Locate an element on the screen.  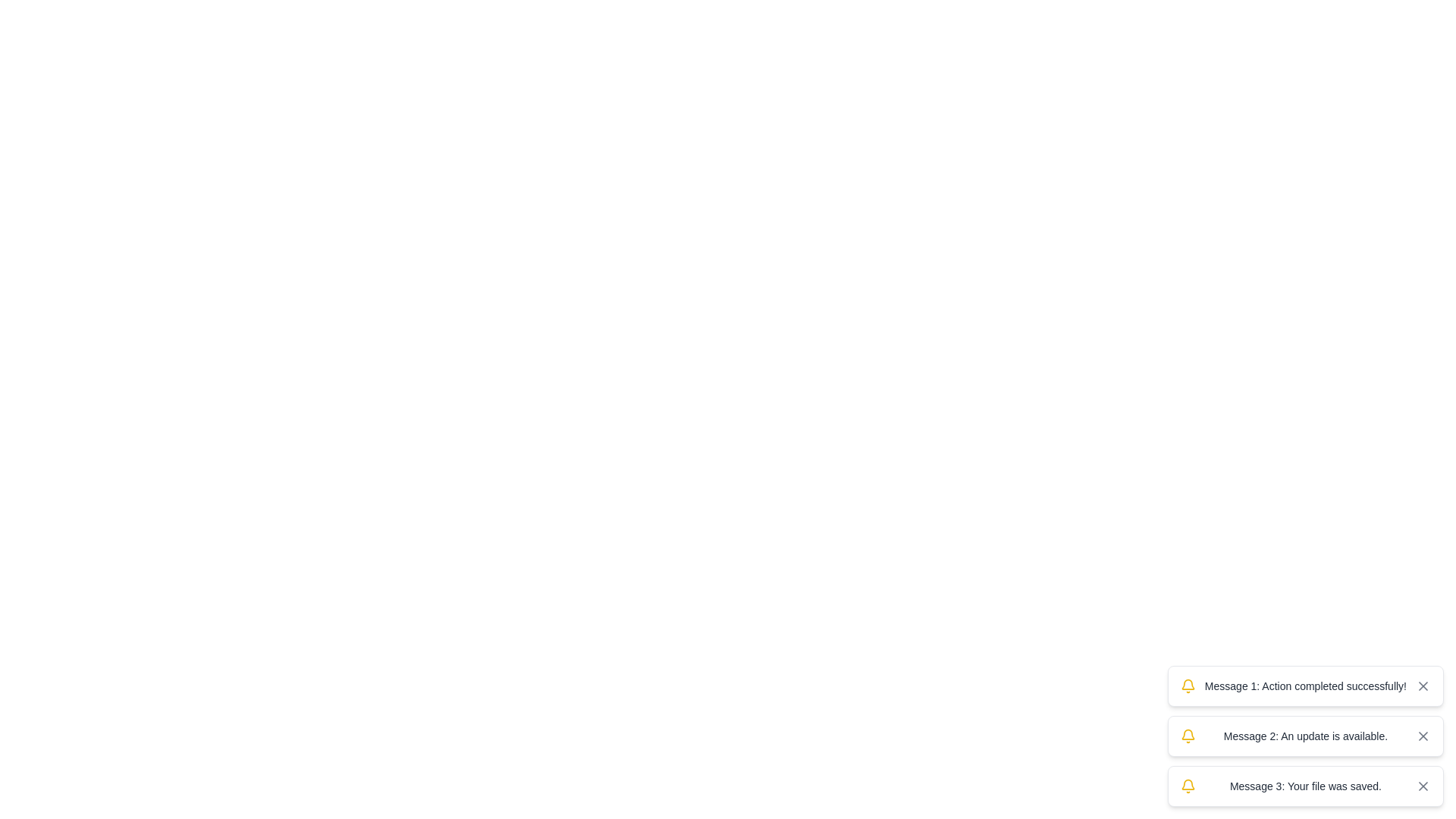
the third notification card with a white background, containing the text 'Message 3: Your file was saved.' and a close button, positioned in the bottom-right corner of the interface is located at coordinates (1304, 786).